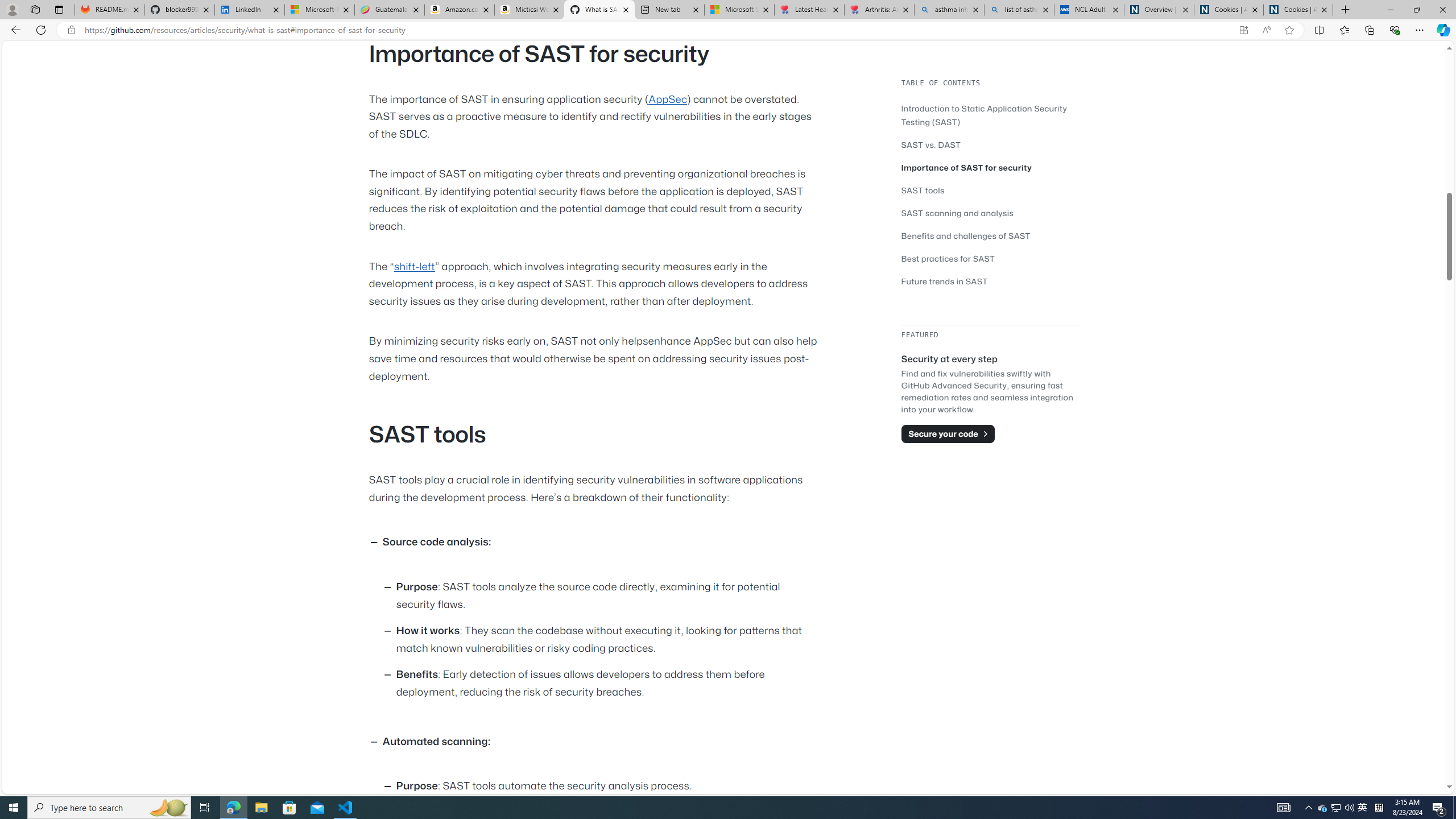  I want to click on 'SAST scanning and analysis', so click(957, 213).